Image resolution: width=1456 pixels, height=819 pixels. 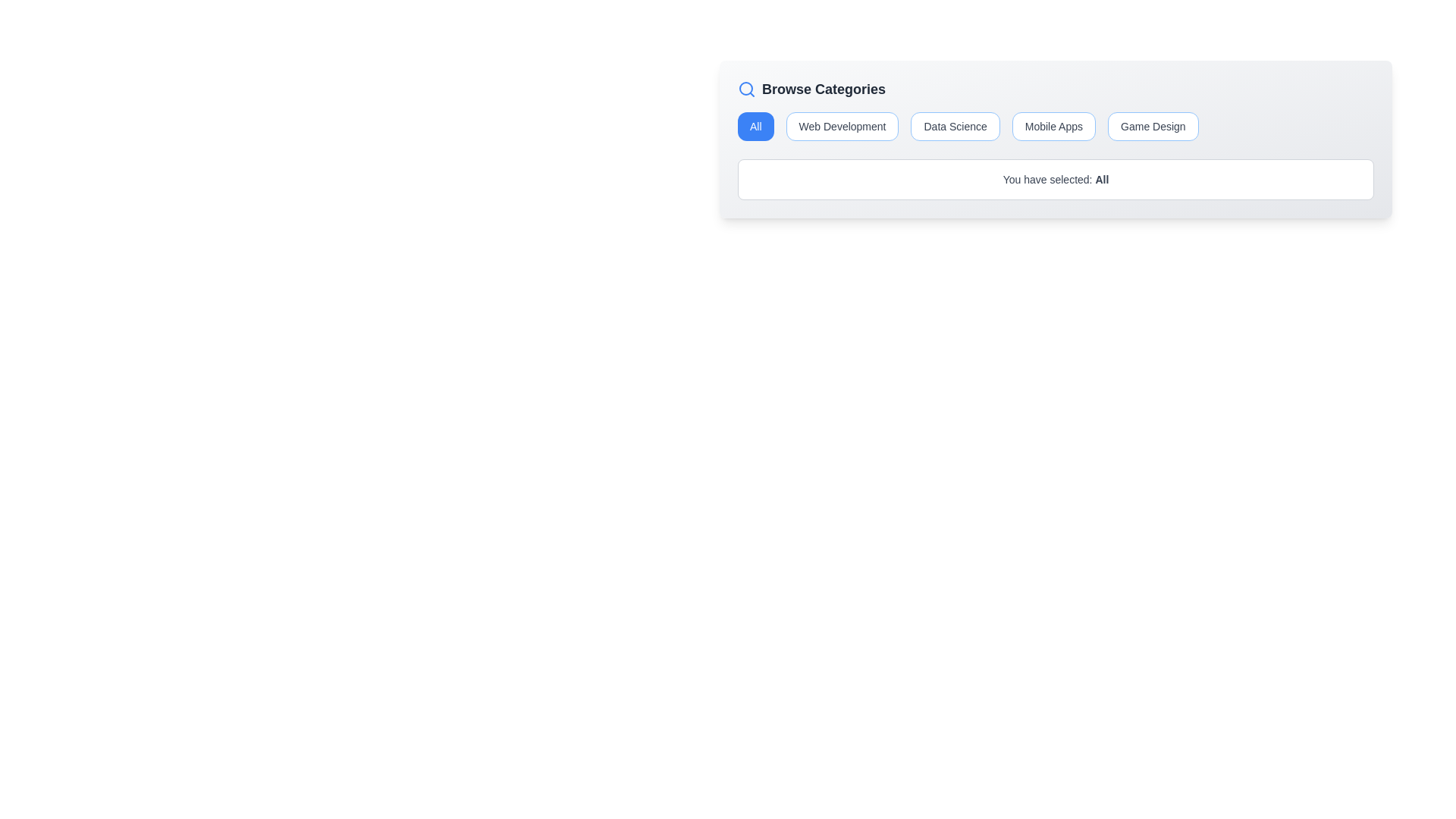 I want to click on the SVG circle component that represents the magnifying glass in the search icon, located in the top-left corner of the 'Browse Categories' panel, so click(x=745, y=88).